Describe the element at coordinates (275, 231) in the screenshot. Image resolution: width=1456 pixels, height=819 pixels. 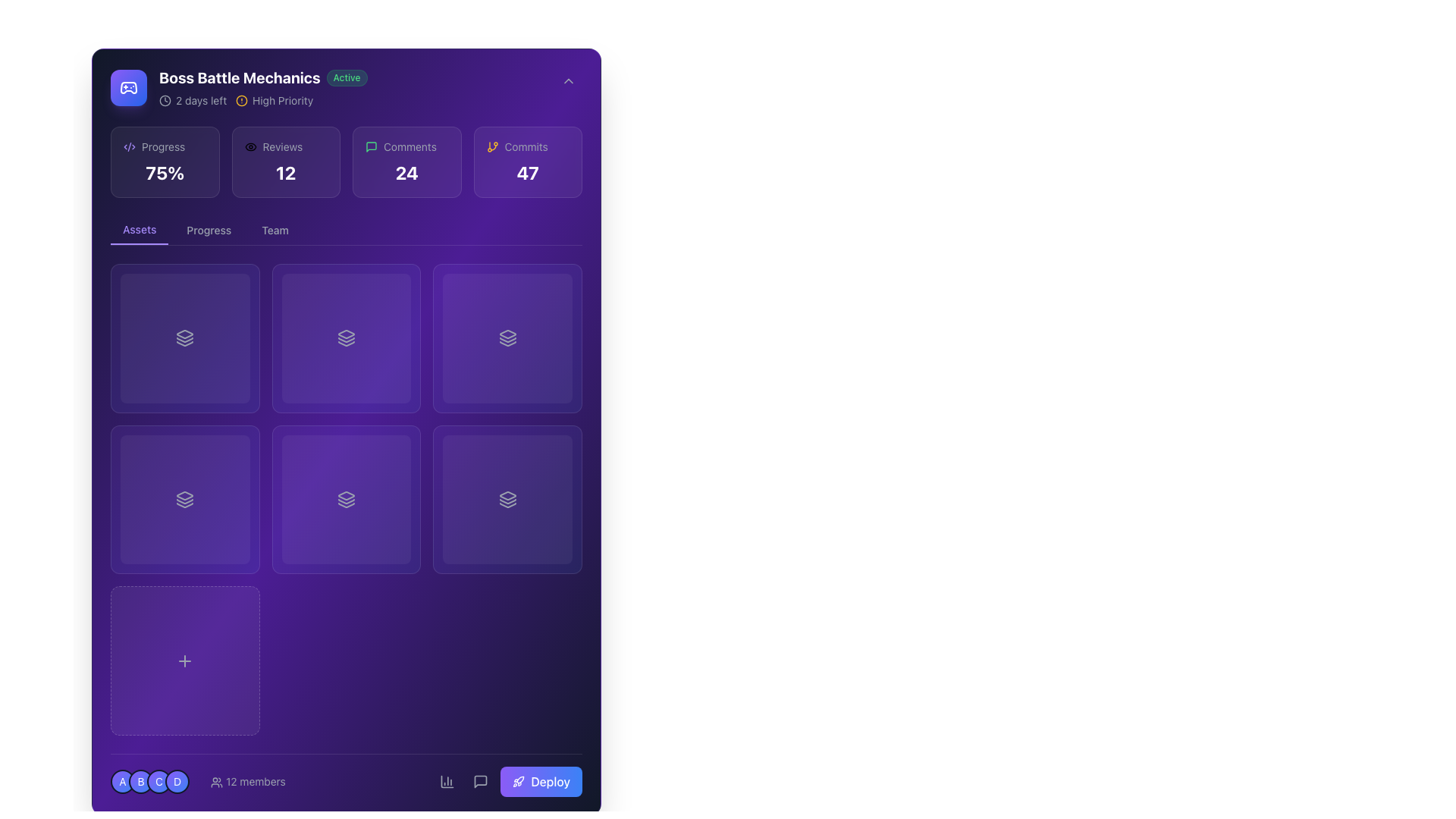
I see `the 'Team' button located on the top bar of the interface to change its color` at that location.